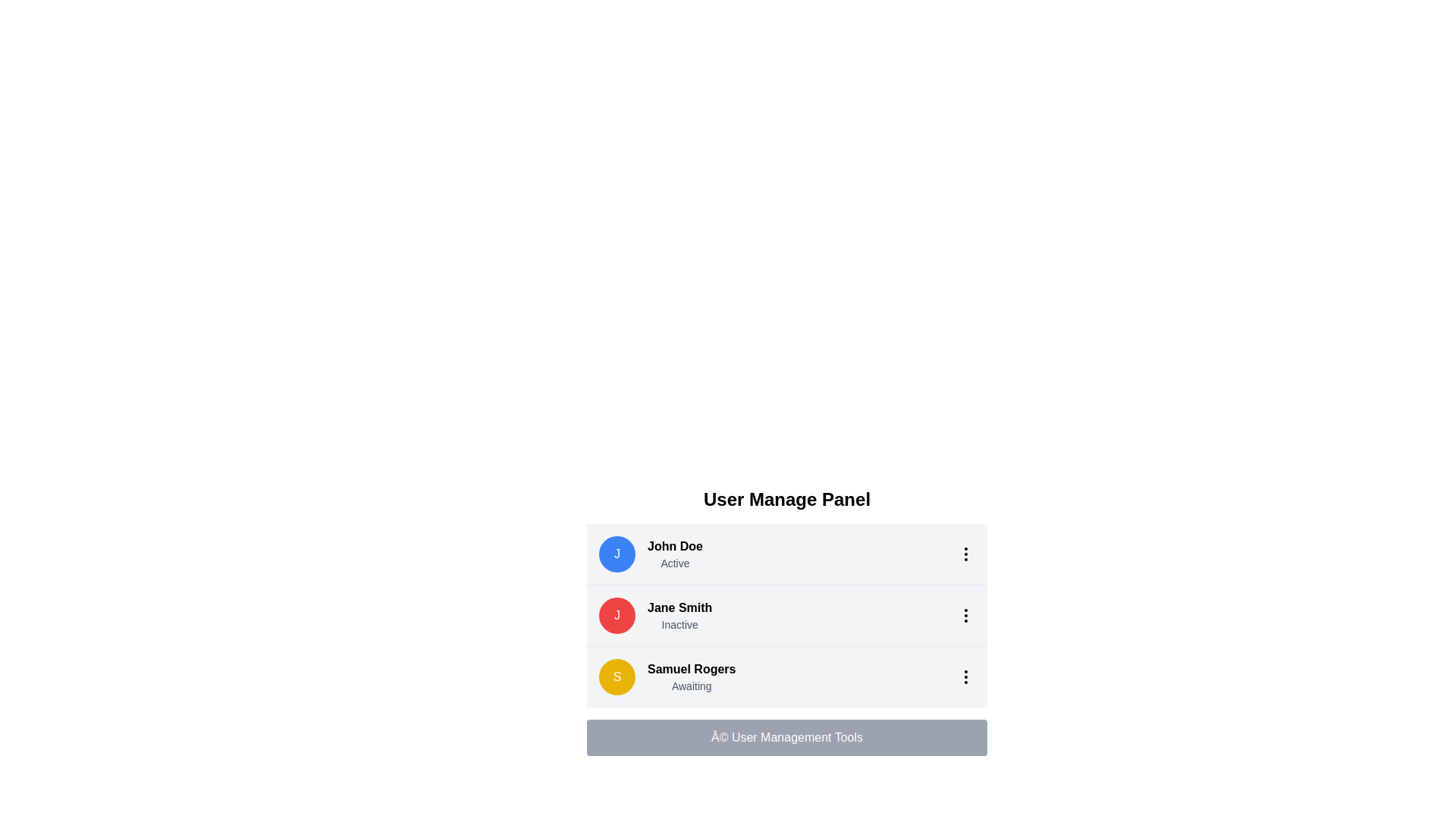  I want to click on the Text Display showing 'John Doe' with status 'Active' in the first user profile entry of the list, so click(674, 554).